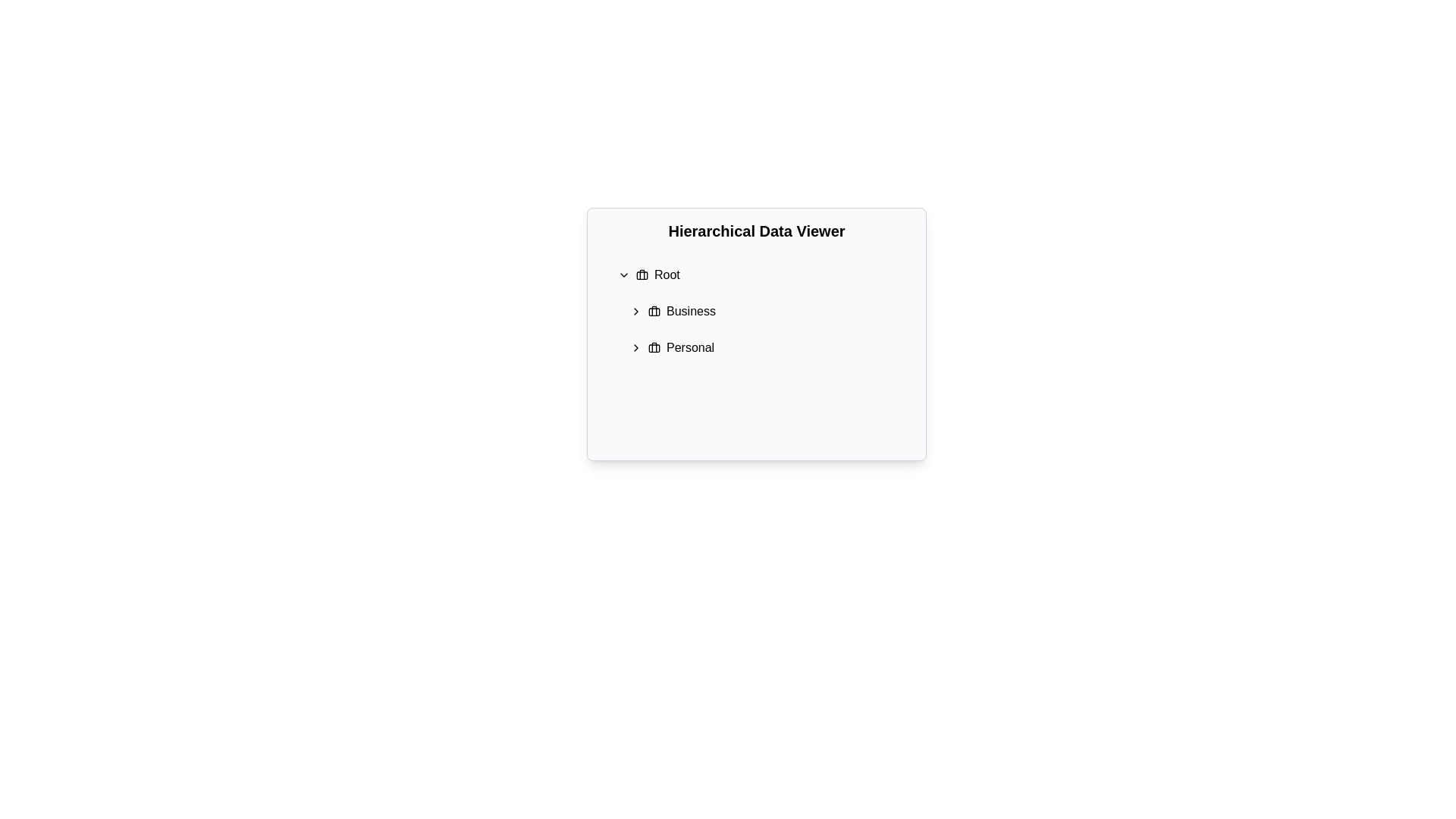 This screenshot has height=819, width=1456. Describe the element at coordinates (654, 348) in the screenshot. I see `the briefcase icon located next to the 'Personal' label in the hierarchical data viewer layout` at that location.